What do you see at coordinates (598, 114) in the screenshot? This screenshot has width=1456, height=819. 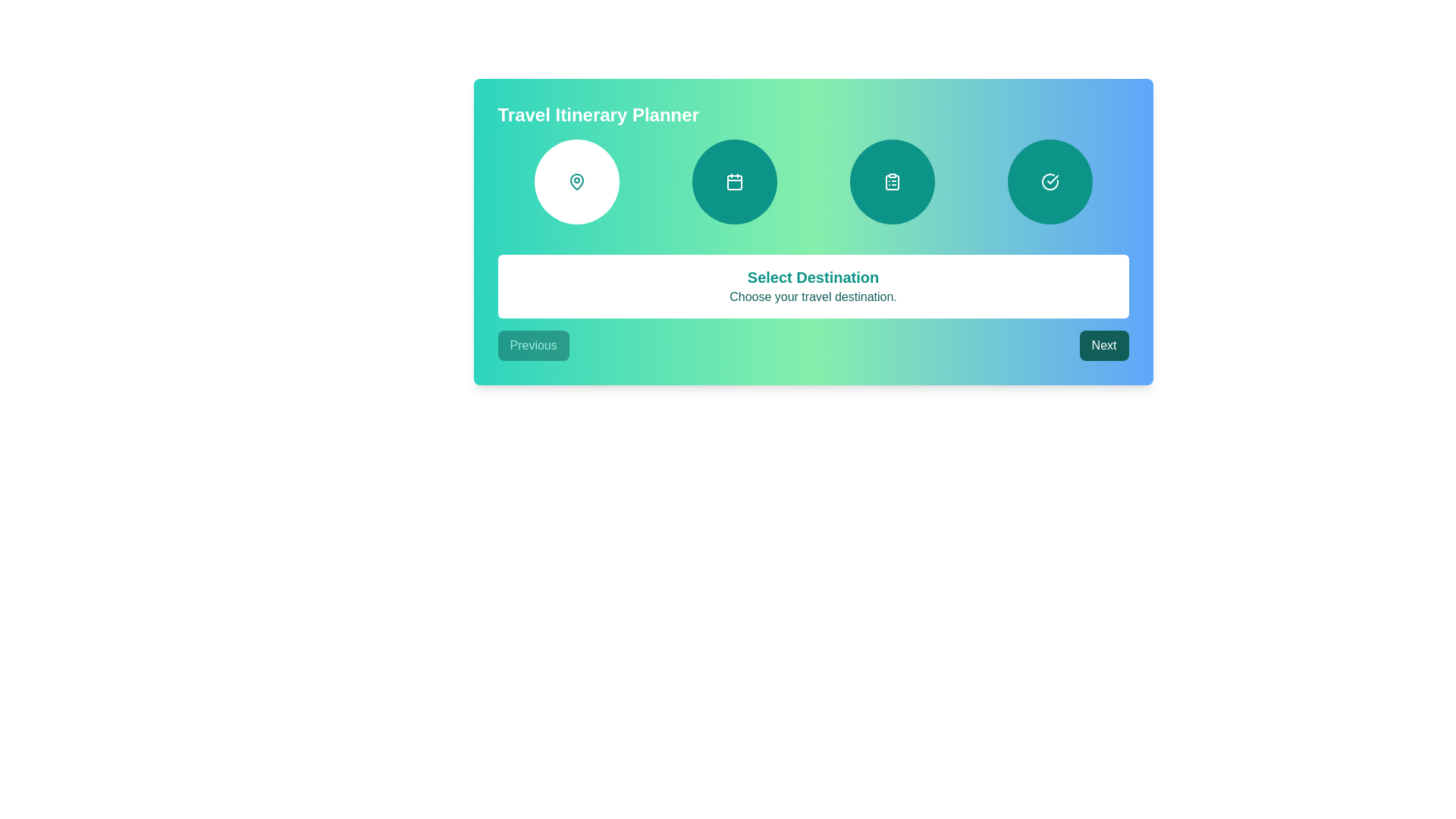 I see `the travel itinerary planner header text label, which serves as the title for the section or page` at bounding box center [598, 114].